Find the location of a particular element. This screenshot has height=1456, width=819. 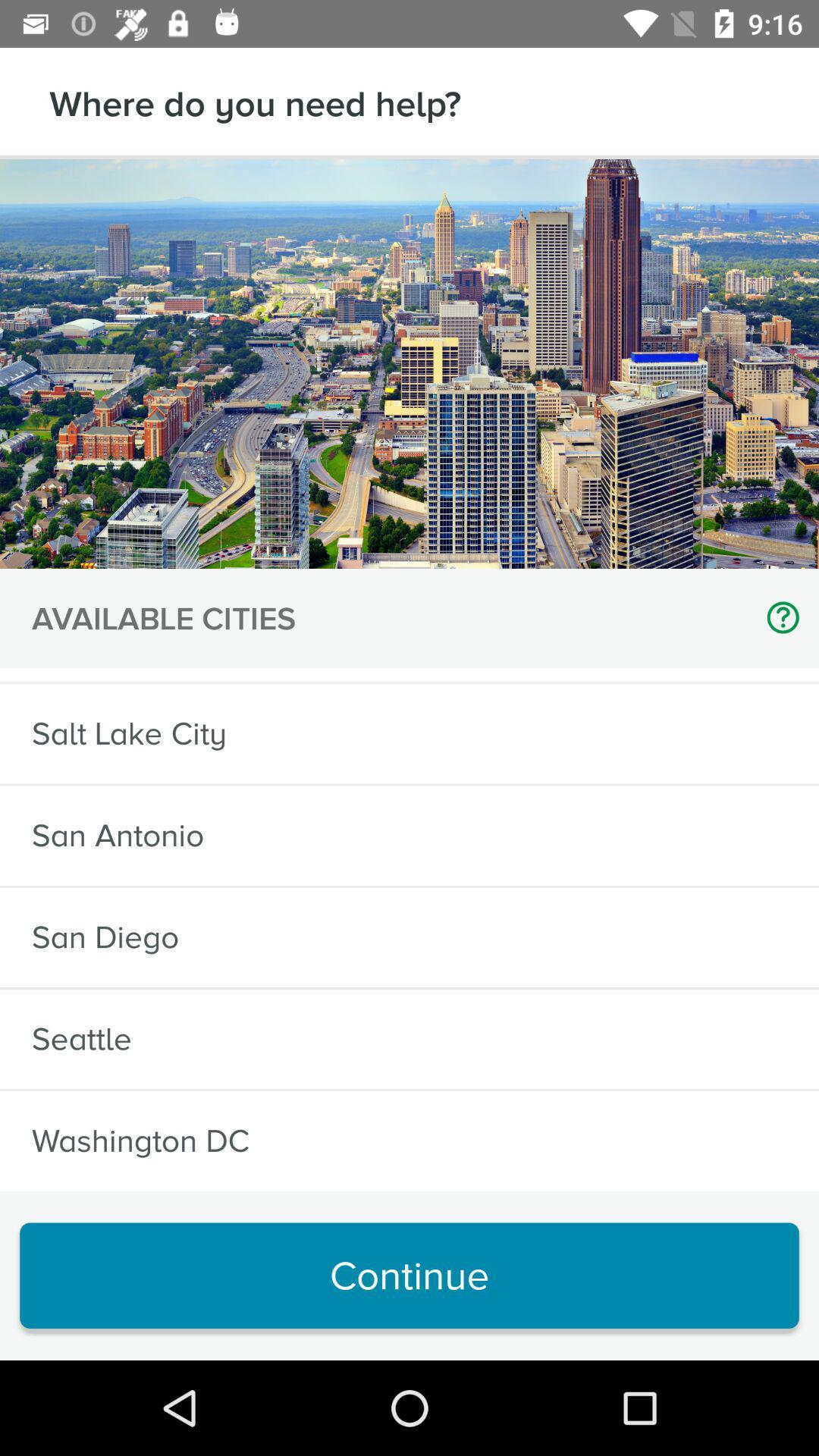

the item below the salt lake city item is located at coordinates (117, 835).